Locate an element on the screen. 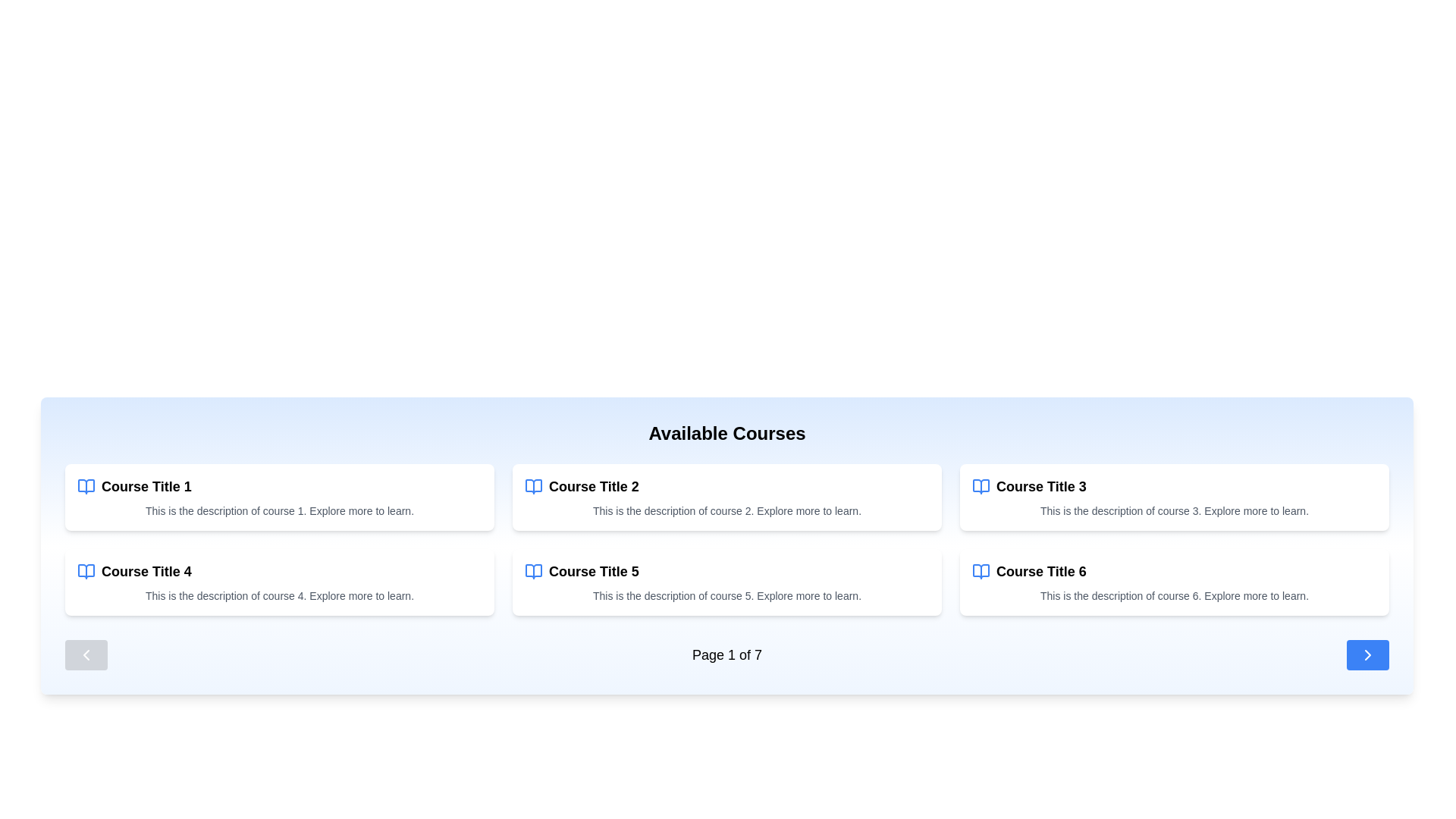  the right-side component of the book icon, which appears as a red rounded rectangular shape located in the second row of cards under 'Course Title 4' is located at coordinates (86, 571).